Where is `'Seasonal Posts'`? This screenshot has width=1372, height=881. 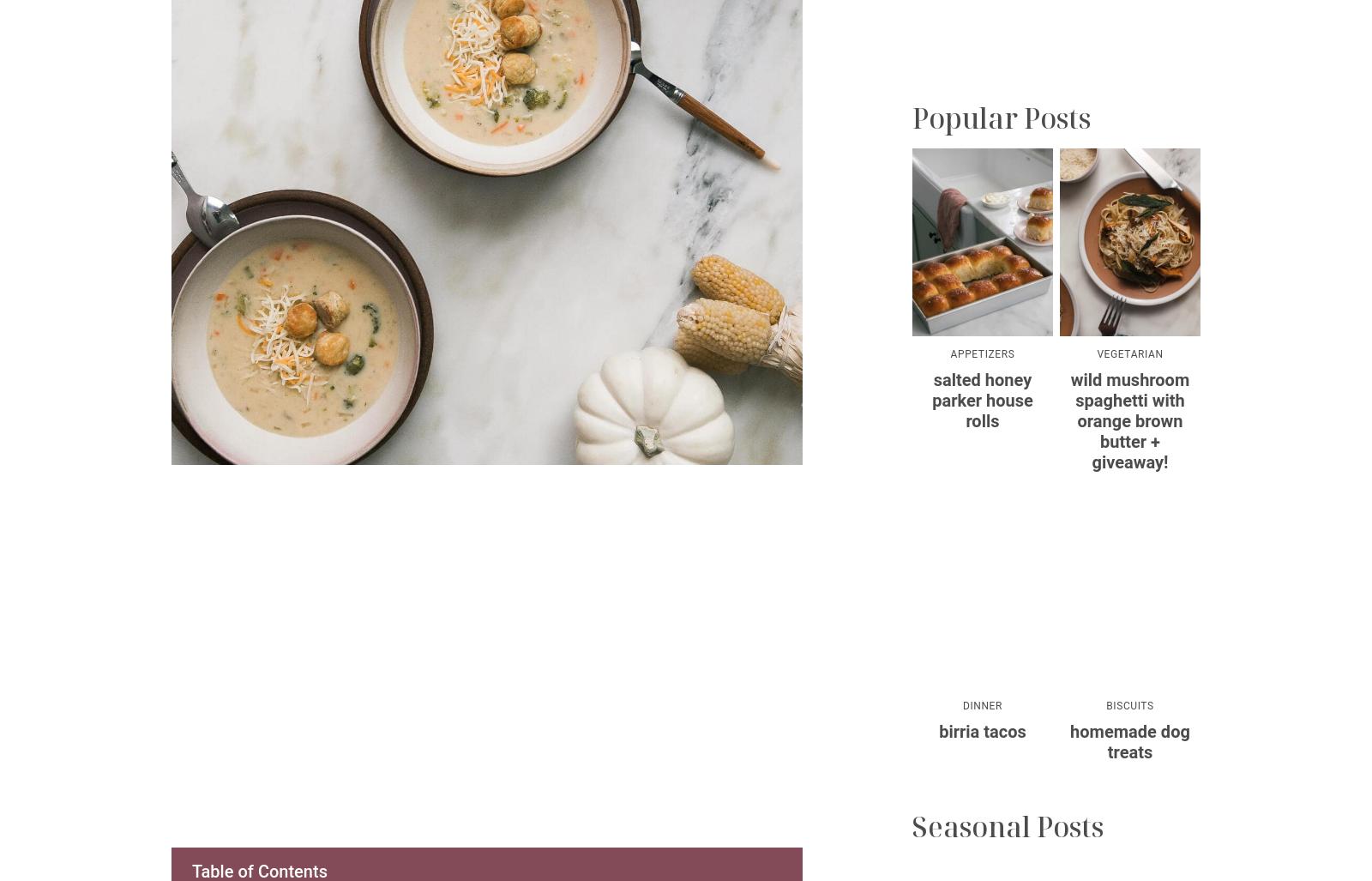 'Seasonal Posts' is located at coordinates (1008, 825).